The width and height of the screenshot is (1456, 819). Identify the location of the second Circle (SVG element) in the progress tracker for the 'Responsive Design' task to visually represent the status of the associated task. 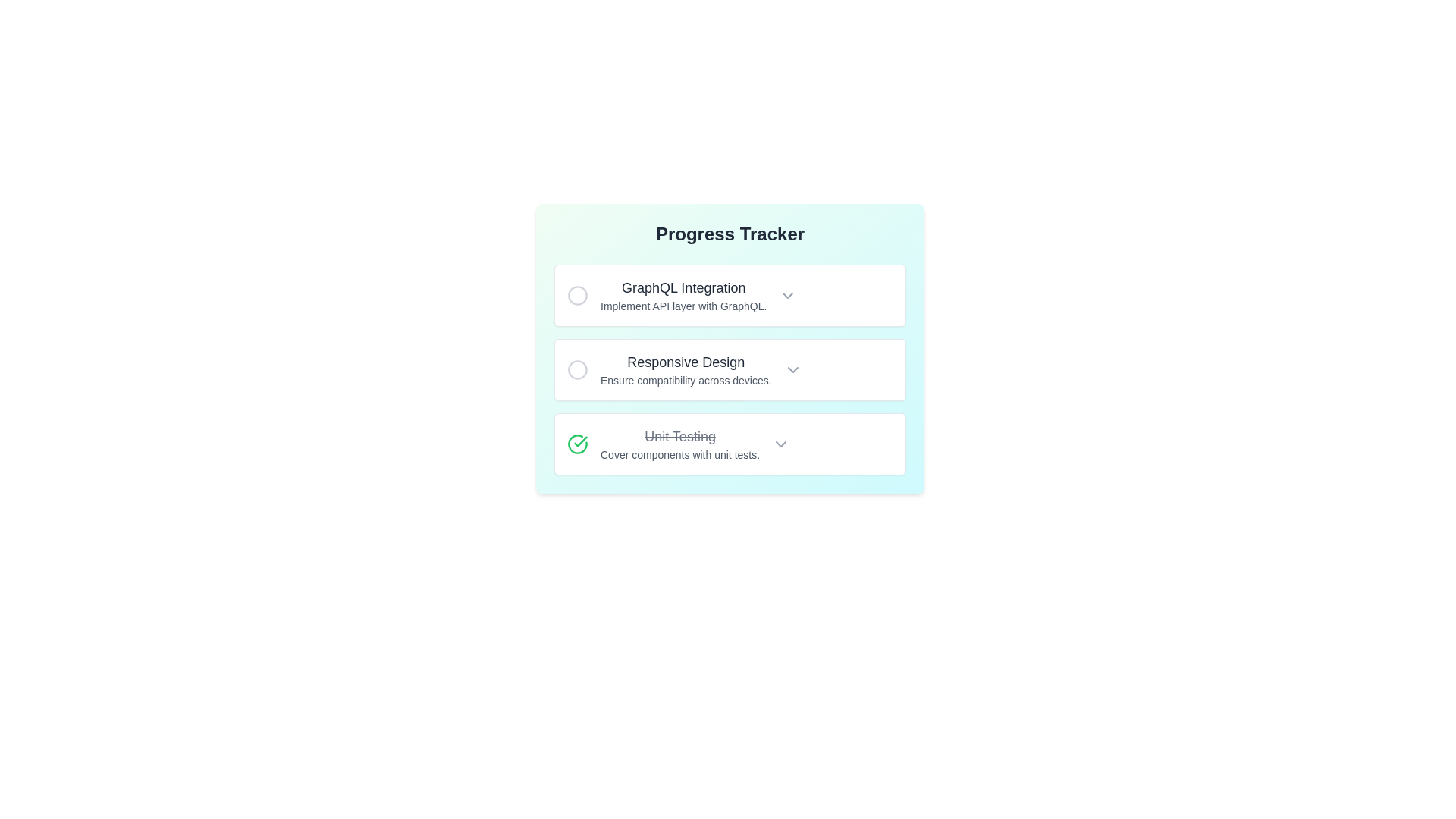
(577, 370).